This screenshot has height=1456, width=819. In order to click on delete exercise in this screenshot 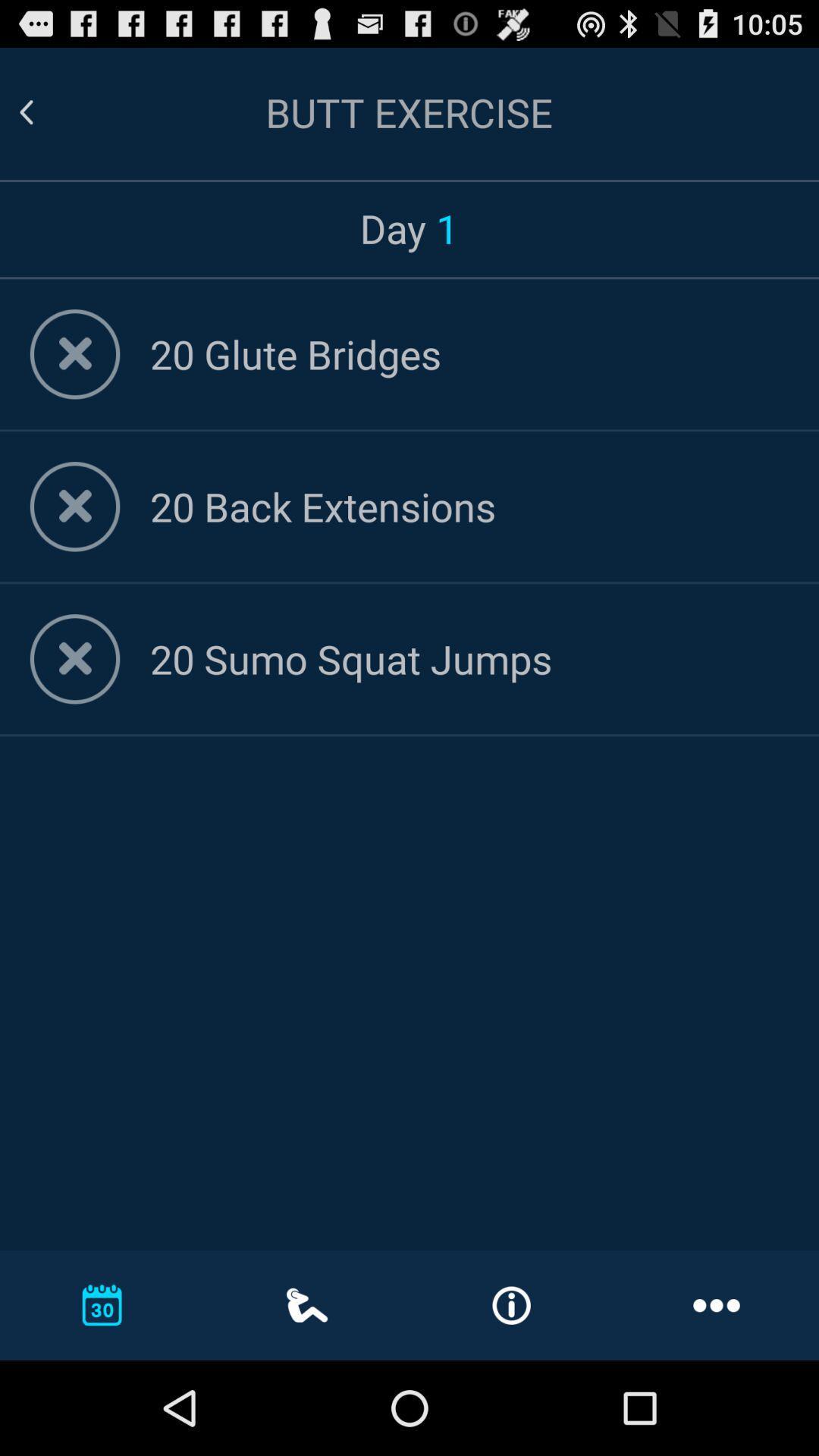, I will do `click(75, 507)`.